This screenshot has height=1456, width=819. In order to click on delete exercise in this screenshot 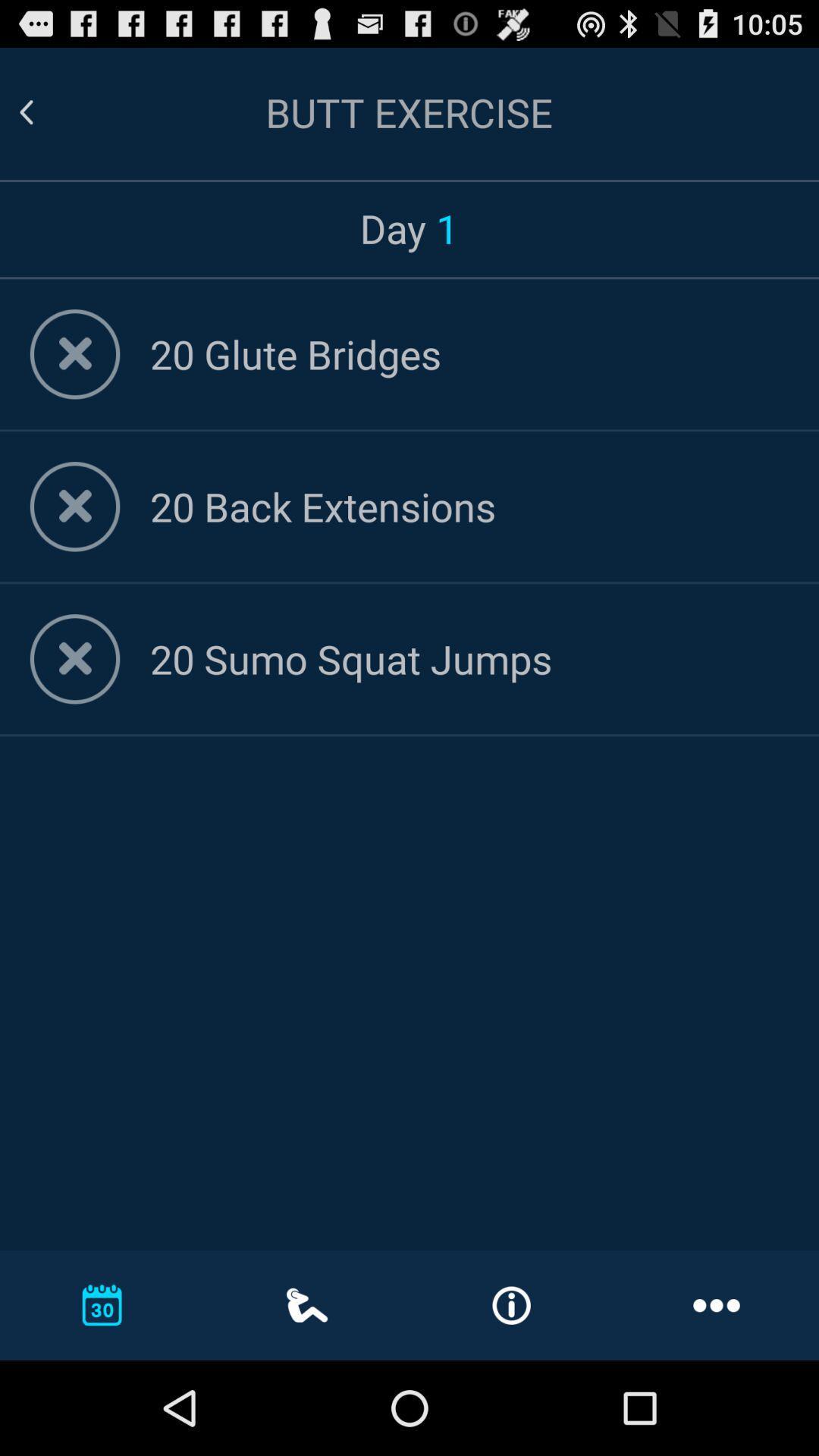, I will do `click(75, 507)`.